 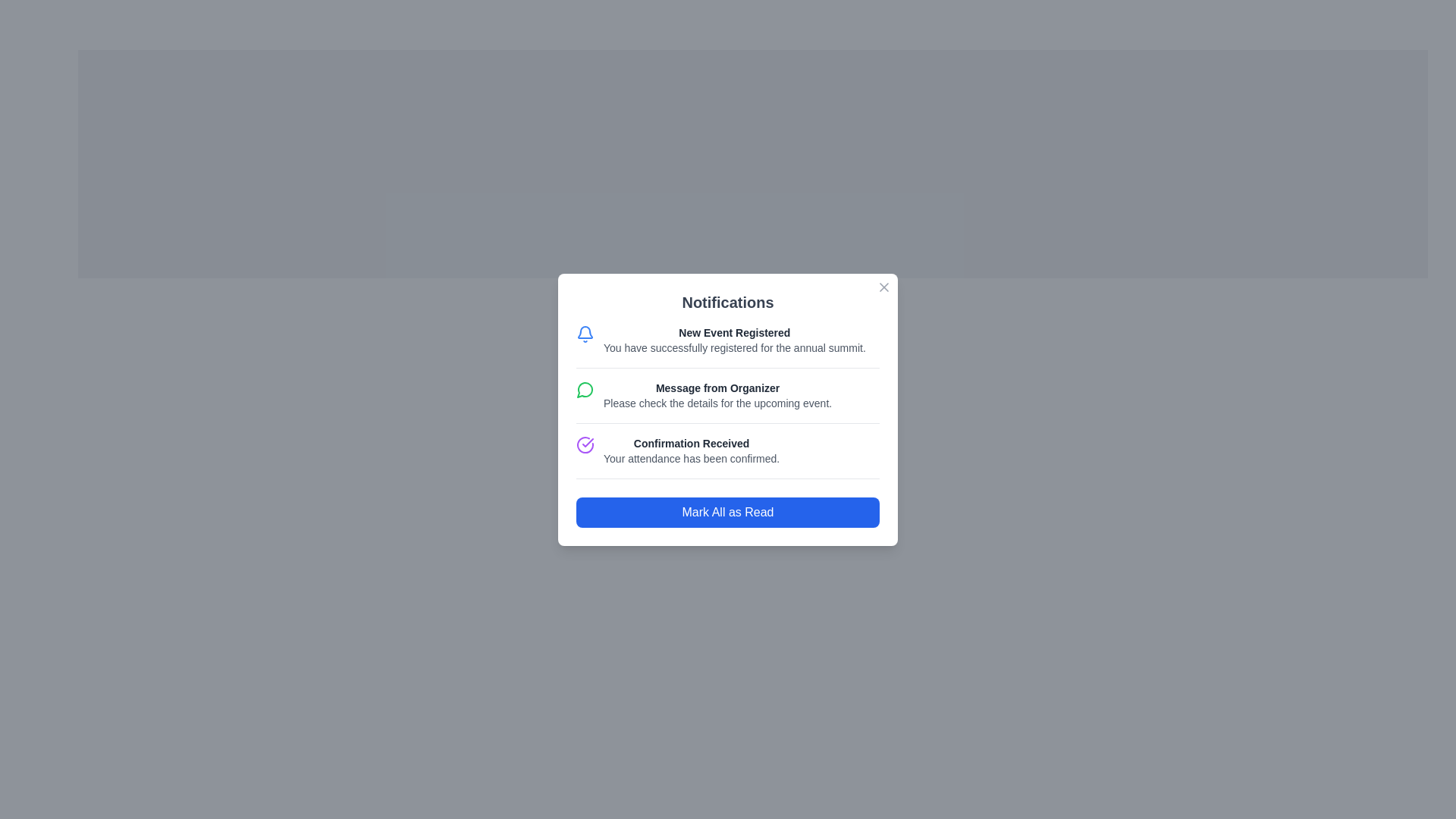 What do you see at coordinates (728, 346) in the screenshot?
I see `the notification indicating successful registration for the event located at the top of the notification list in the dialog` at bounding box center [728, 346].